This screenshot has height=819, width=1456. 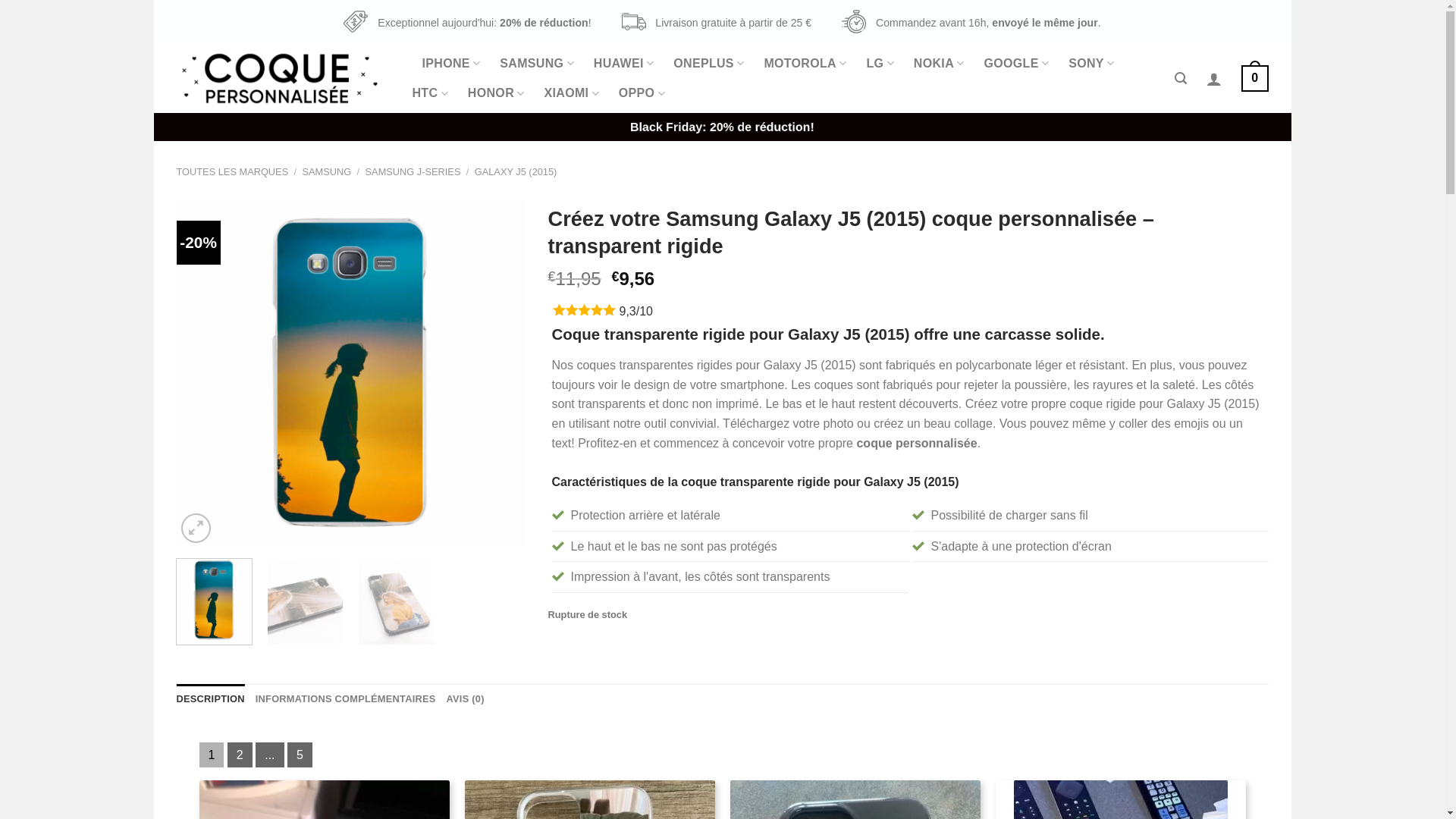 What do you see at coordinates (287, 755) in the screenshot?
I see `'5'` at bounding box center [287, 755].